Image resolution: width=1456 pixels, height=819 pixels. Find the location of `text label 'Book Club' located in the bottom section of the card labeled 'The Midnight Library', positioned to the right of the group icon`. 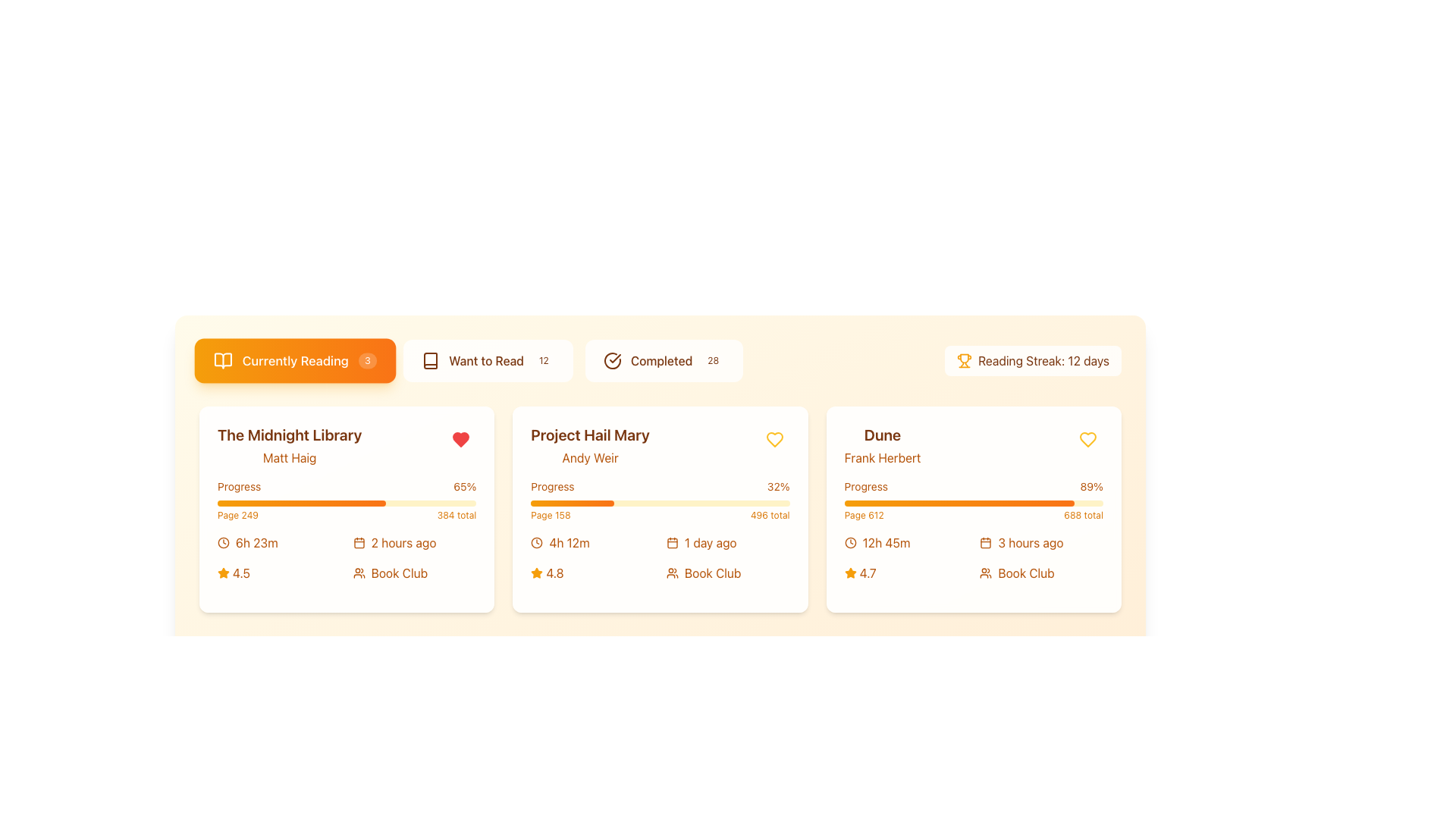

text label 'Book Club' located in the bottom section of the card labeled 'The Midnight Library', positioned to the right of the group icon is located at coordinates (399, 573).